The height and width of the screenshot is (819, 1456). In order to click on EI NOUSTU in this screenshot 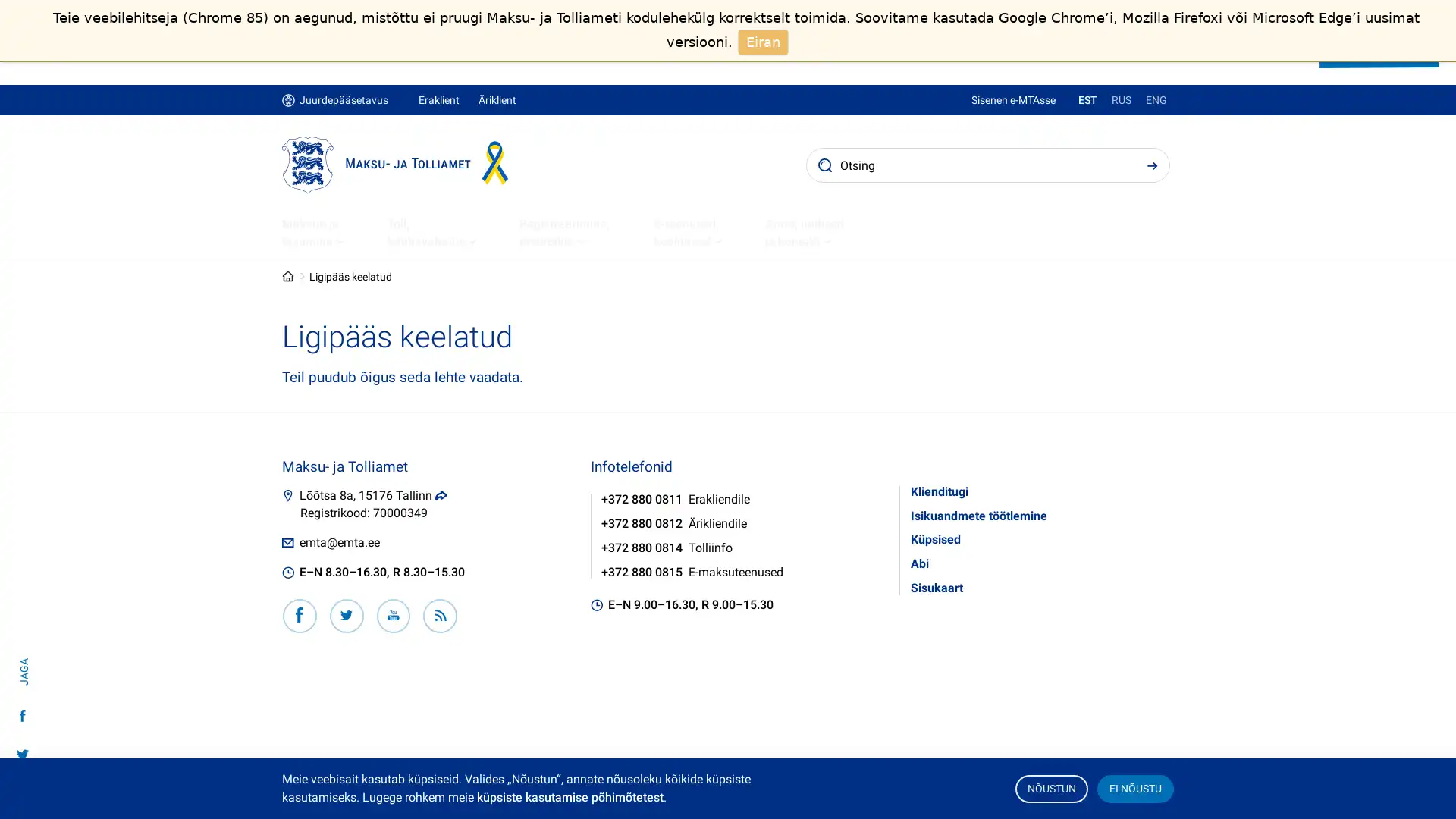, I will do `click(1134, 787)`.